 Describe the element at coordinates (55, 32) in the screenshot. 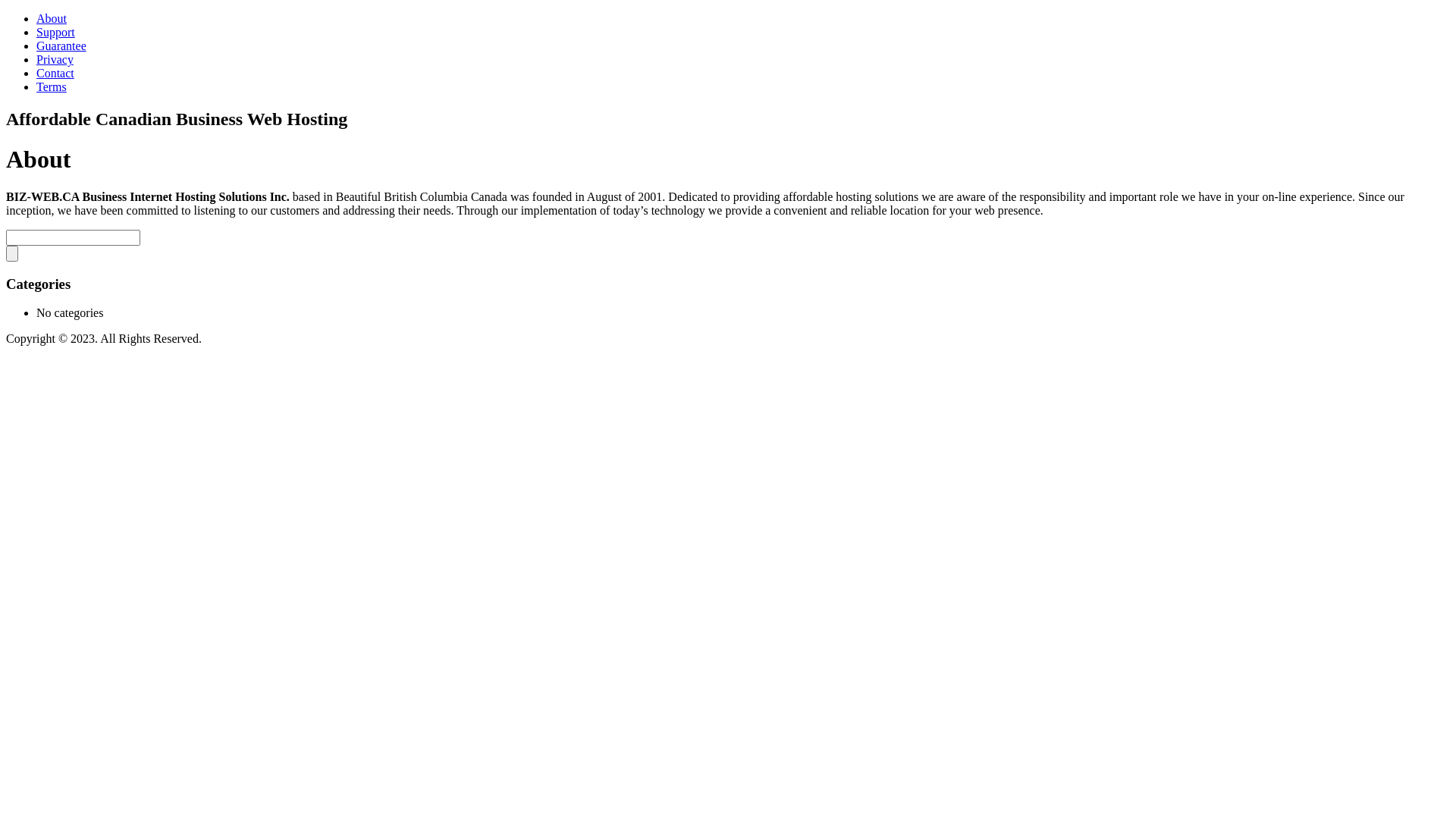

I see `'Support'` at that location.